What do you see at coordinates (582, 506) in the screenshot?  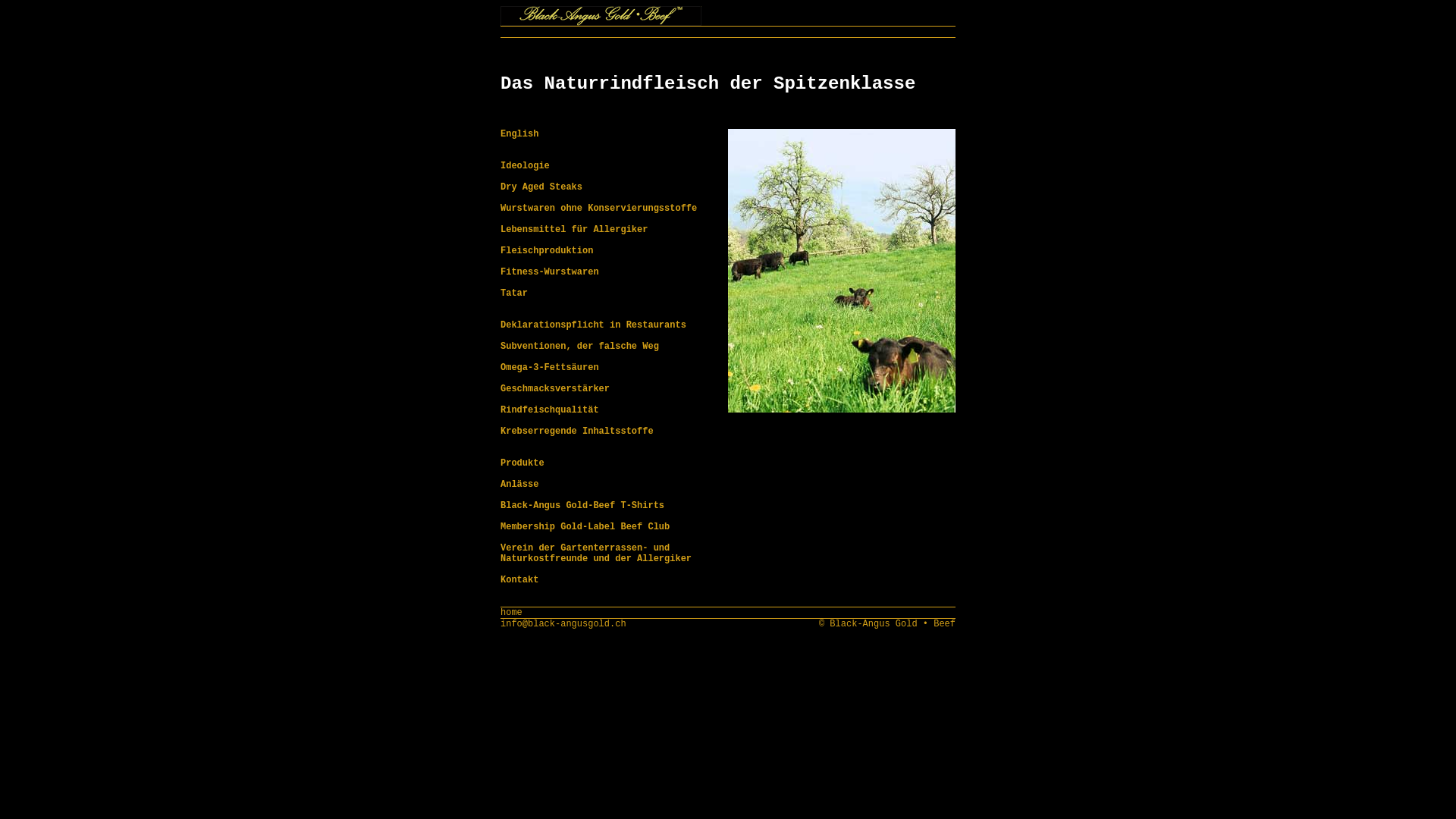 I see `'Black-Angus Gold-Beef T-Shirts'` at bounding box center [582, 506].